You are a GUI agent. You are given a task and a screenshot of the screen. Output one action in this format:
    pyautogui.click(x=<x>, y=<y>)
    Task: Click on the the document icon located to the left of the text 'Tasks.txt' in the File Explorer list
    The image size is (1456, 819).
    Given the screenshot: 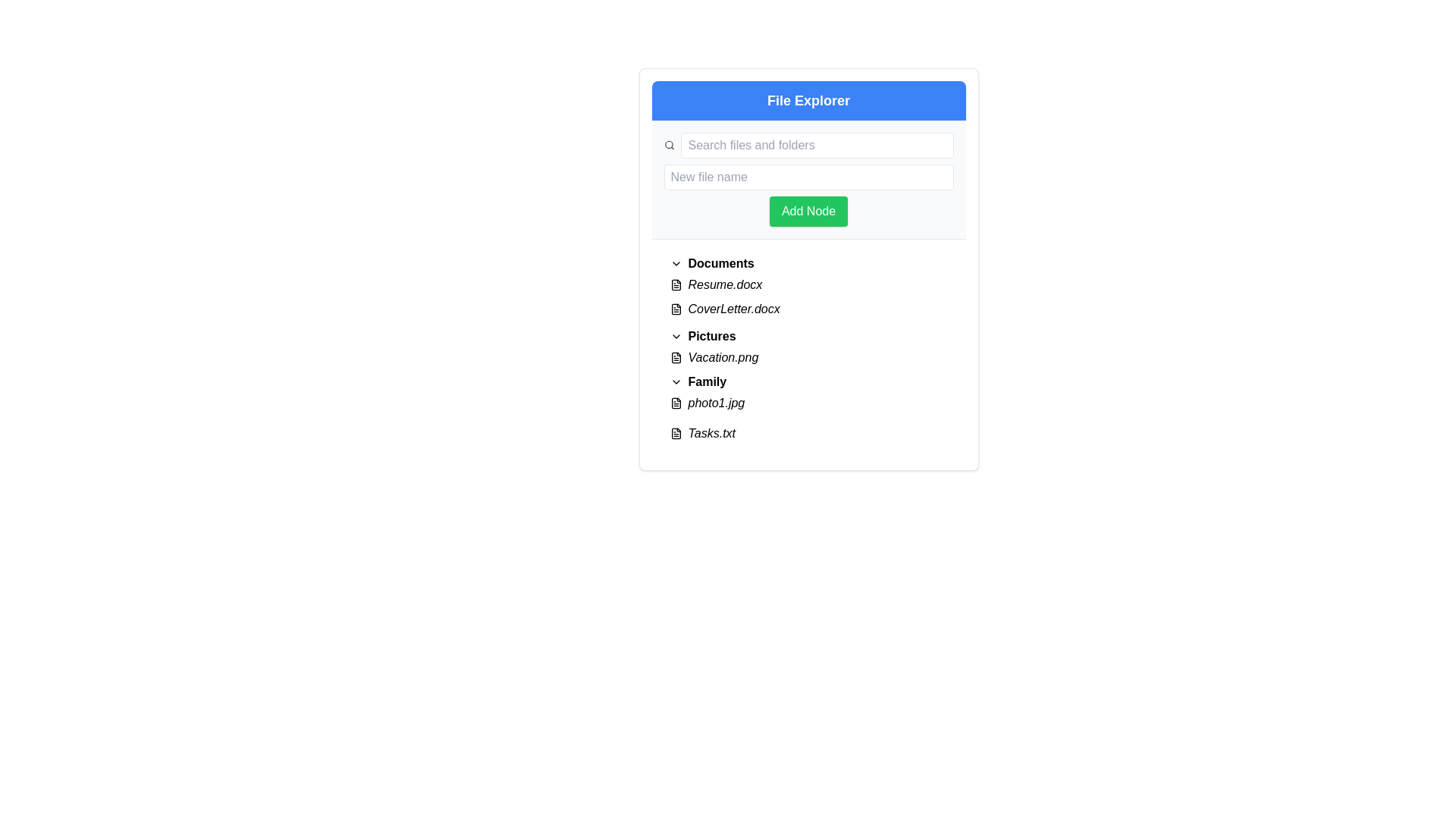 What is the action you would take?
    pyautogui.click(x=675, y=433)
    